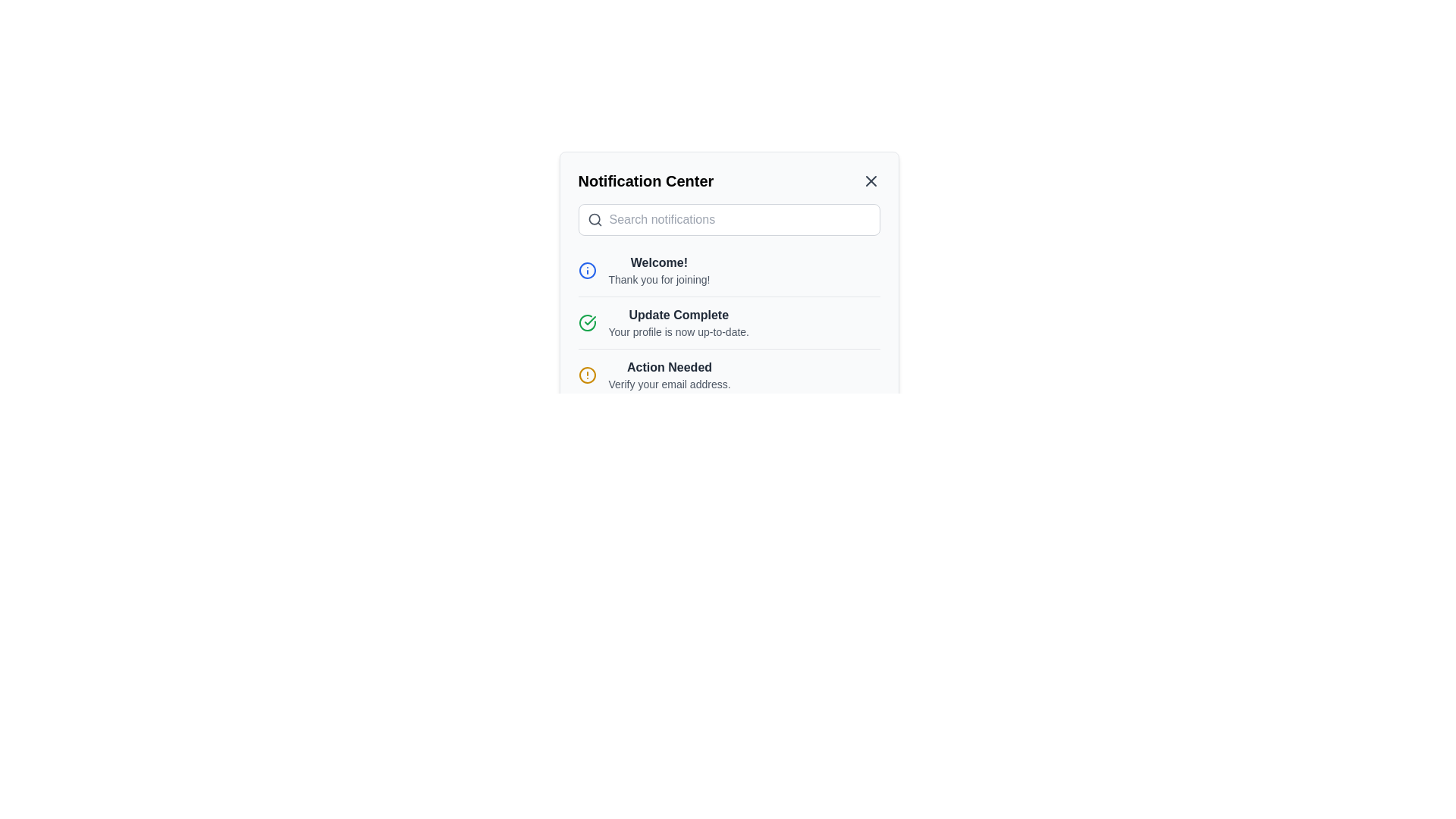  Describe the element at coordinates (729, 375) in the screenshot. I see `the third notification entry in the Notification Center that indicates 'Action Needed' for detailed interaction` at that location.